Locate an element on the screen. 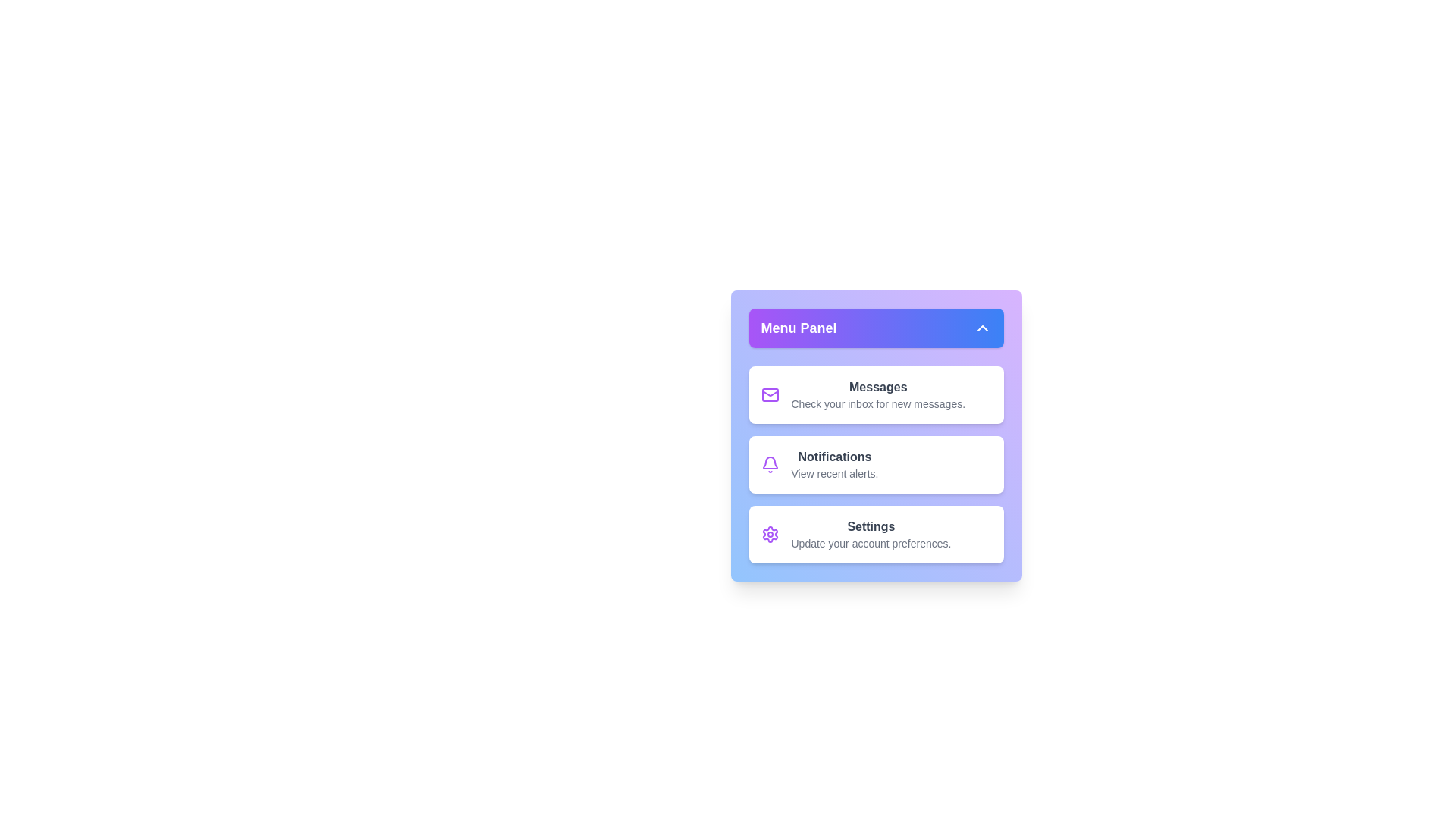 Image resolution: width=1456 pixels, height=819 pixels. the menu item labeled 'Notifications' to highlight it is located at coordinates (876, 464).